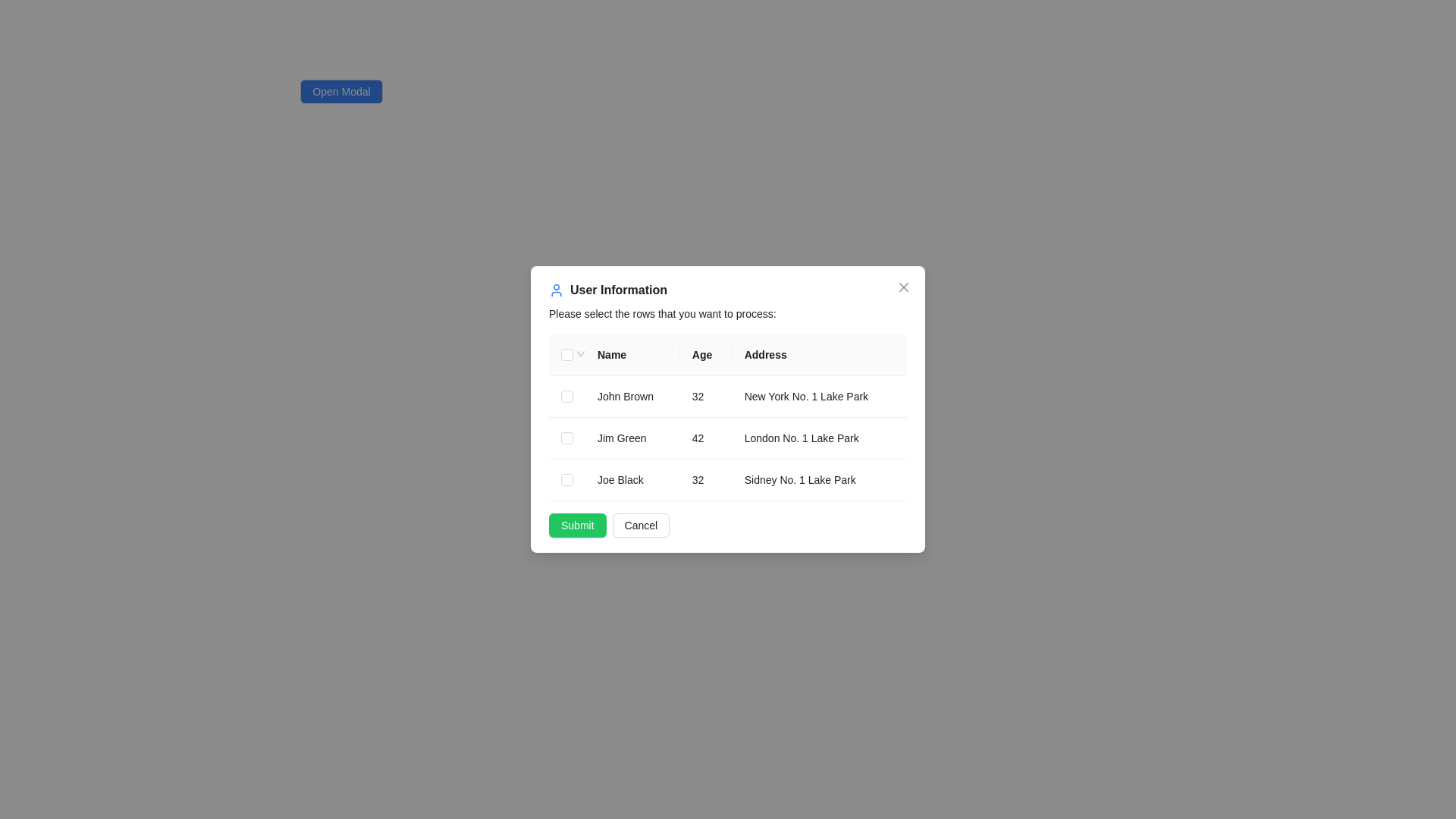 The width and height of the screenshot is (1456, 819). What do you see at coordinates (340, 97) in the screenshot?
I see `the 'Open Modal' button, which has a blue background and white text` at bounding box center [340, 97].